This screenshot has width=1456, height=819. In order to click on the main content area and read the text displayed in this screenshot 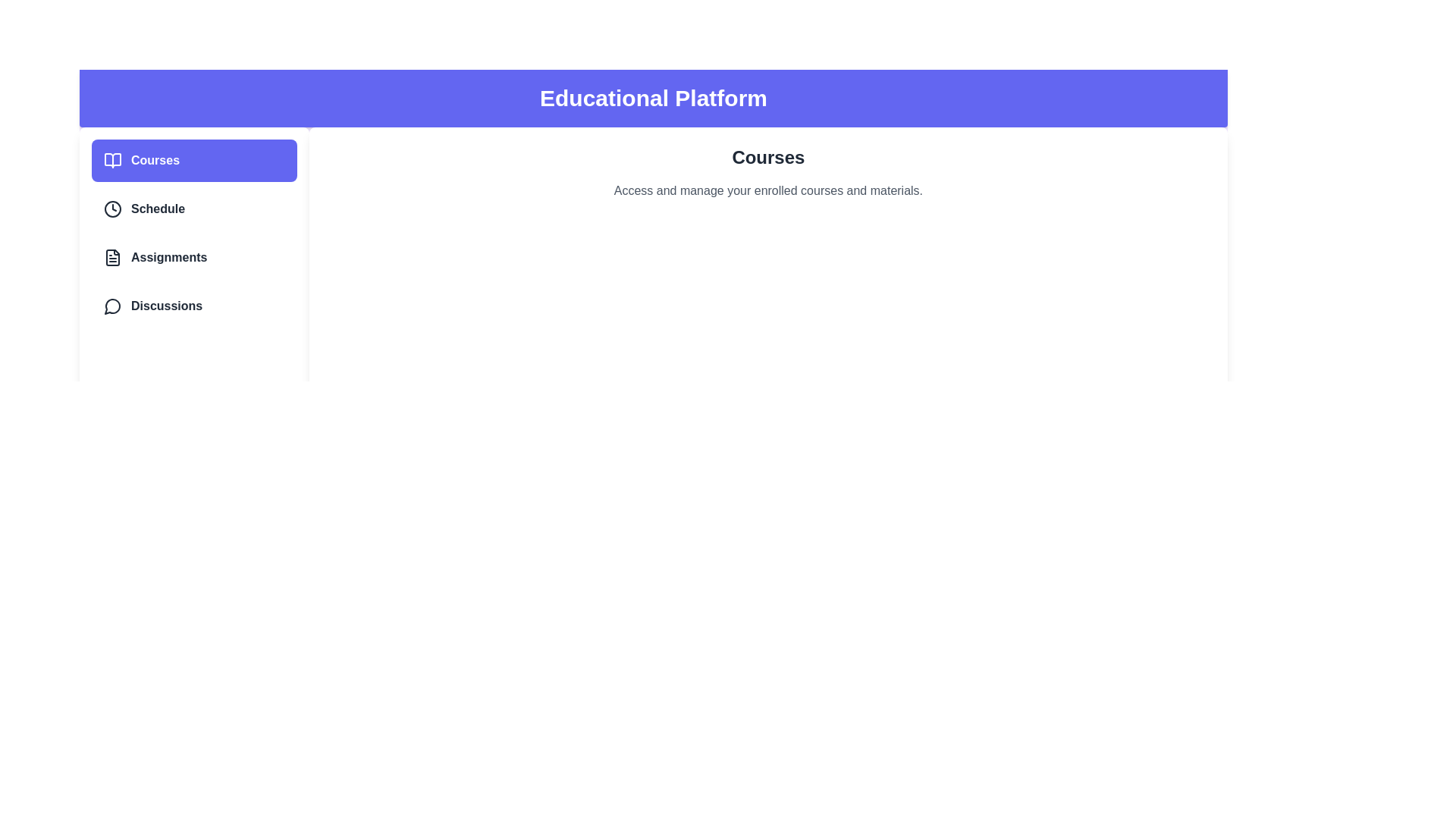, I will do `click(767, 158)`.